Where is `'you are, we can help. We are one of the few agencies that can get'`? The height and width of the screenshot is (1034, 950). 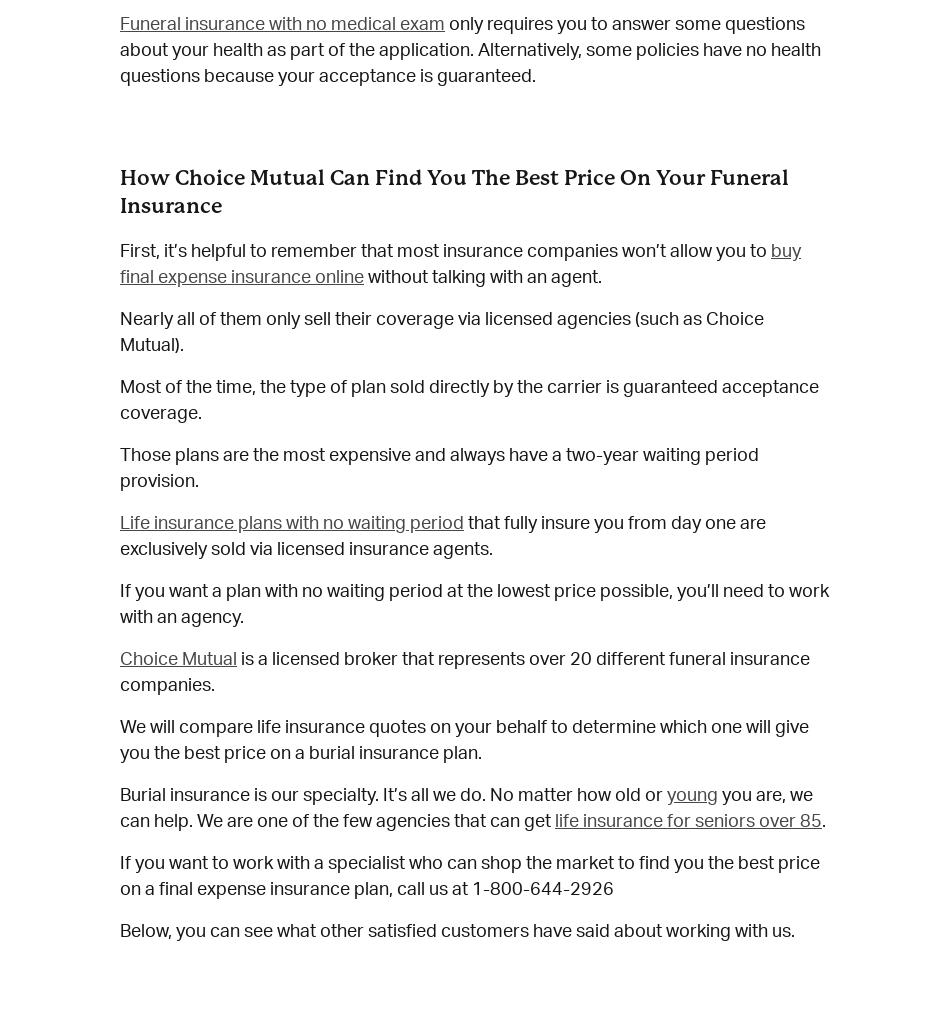 'you are, we can help. We are one of the few agencies that can get' is located at coordinates (465, 808).